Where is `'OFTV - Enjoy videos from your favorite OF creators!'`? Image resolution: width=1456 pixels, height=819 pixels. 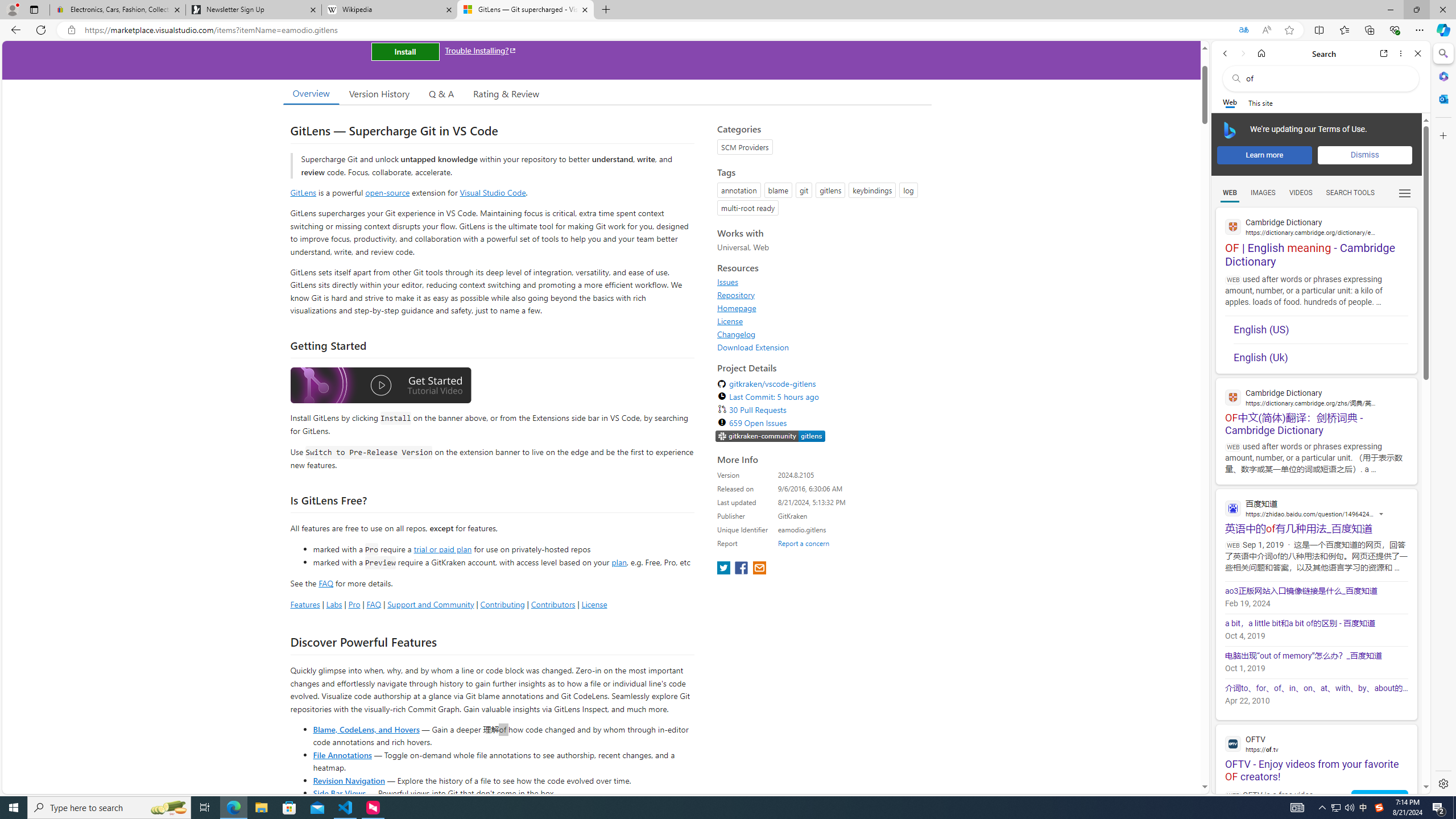
'OFTV - Enjoy videos from your favorite OF creators!' is located at coordinates (1316, 754).